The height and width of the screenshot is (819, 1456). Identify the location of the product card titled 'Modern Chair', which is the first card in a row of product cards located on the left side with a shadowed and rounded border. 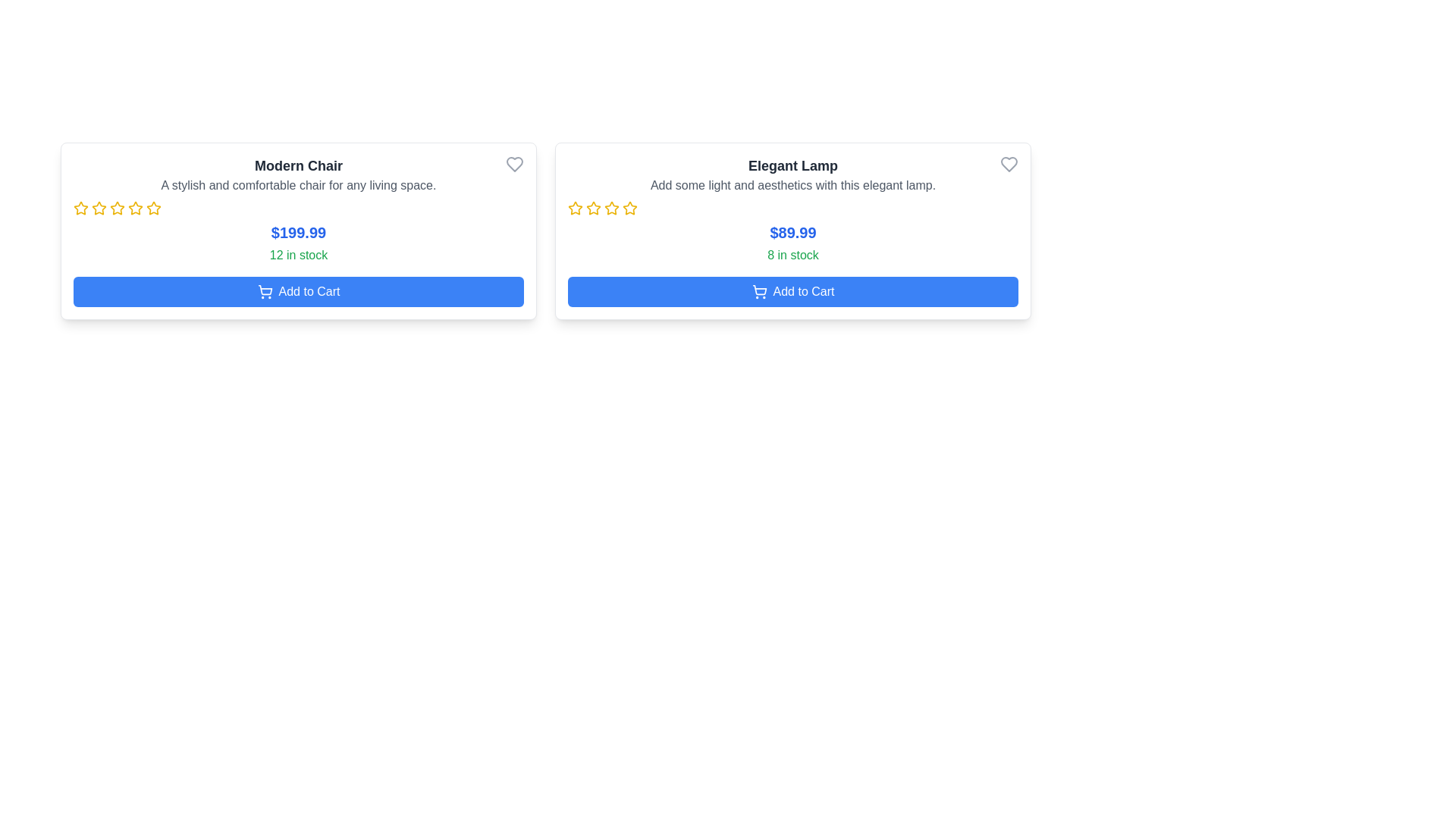
(298, 231).